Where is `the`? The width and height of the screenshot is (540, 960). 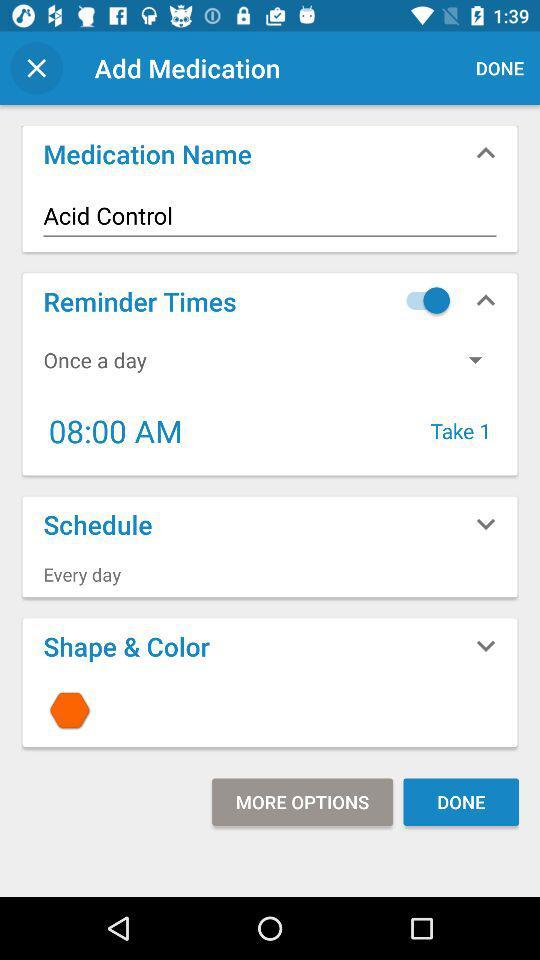 the is located at coordinates (270, 710).